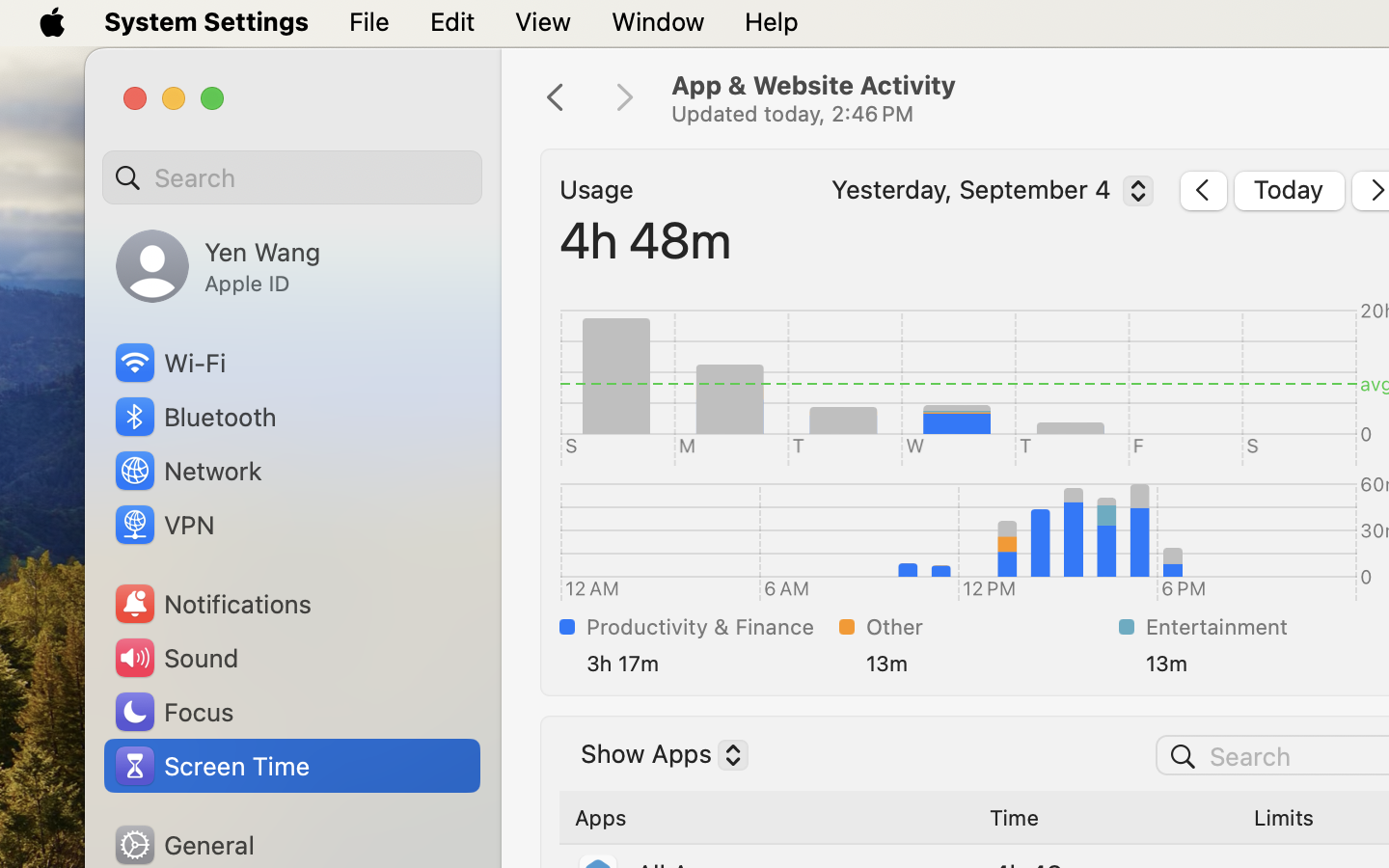 The image size is (1389, 868). Describe the element at coordinates (707, 626) in the screenshot. I see `'Productivity & Finance'` at that location.